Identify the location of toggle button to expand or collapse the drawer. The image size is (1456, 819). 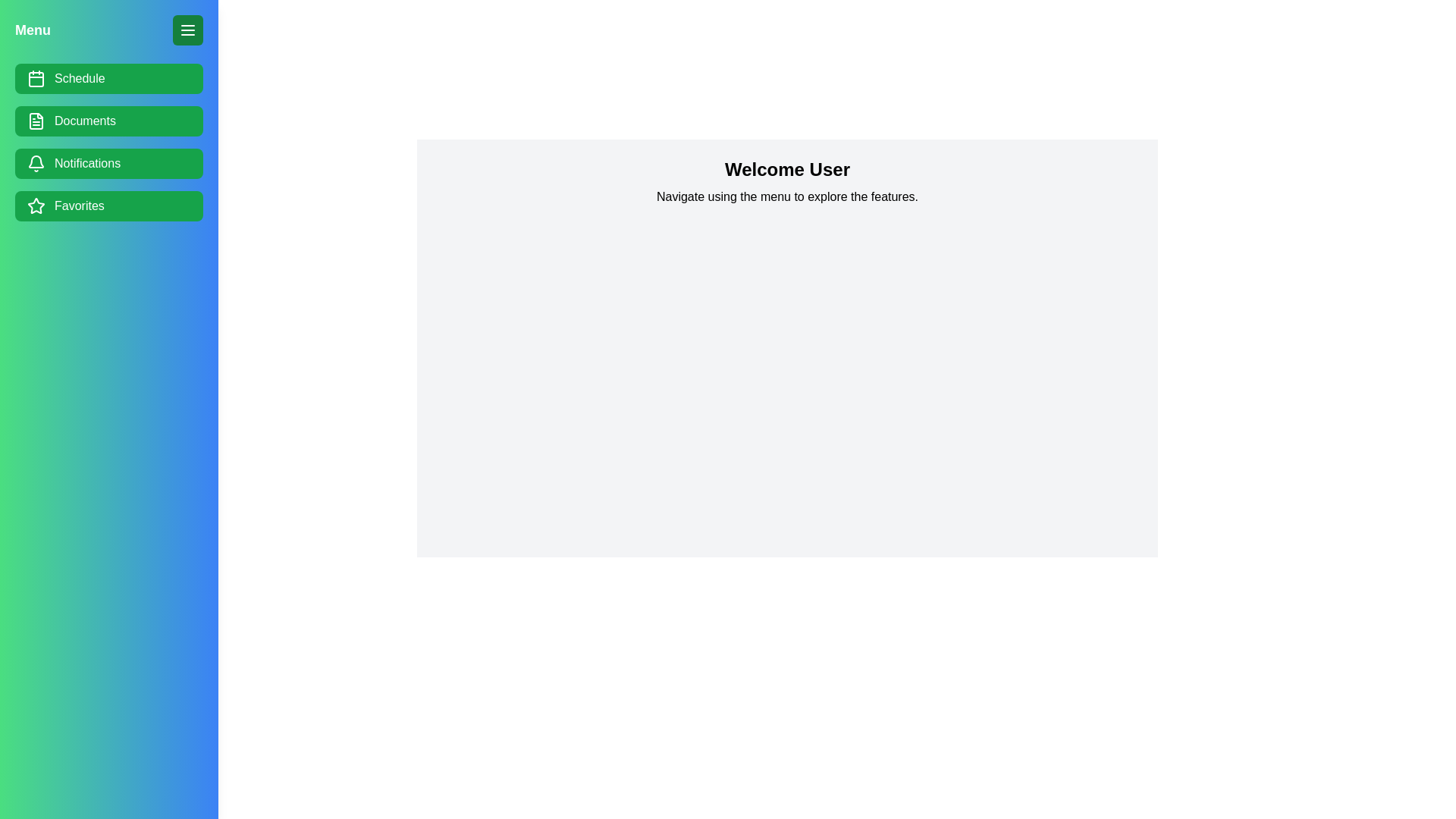
(187, 30).